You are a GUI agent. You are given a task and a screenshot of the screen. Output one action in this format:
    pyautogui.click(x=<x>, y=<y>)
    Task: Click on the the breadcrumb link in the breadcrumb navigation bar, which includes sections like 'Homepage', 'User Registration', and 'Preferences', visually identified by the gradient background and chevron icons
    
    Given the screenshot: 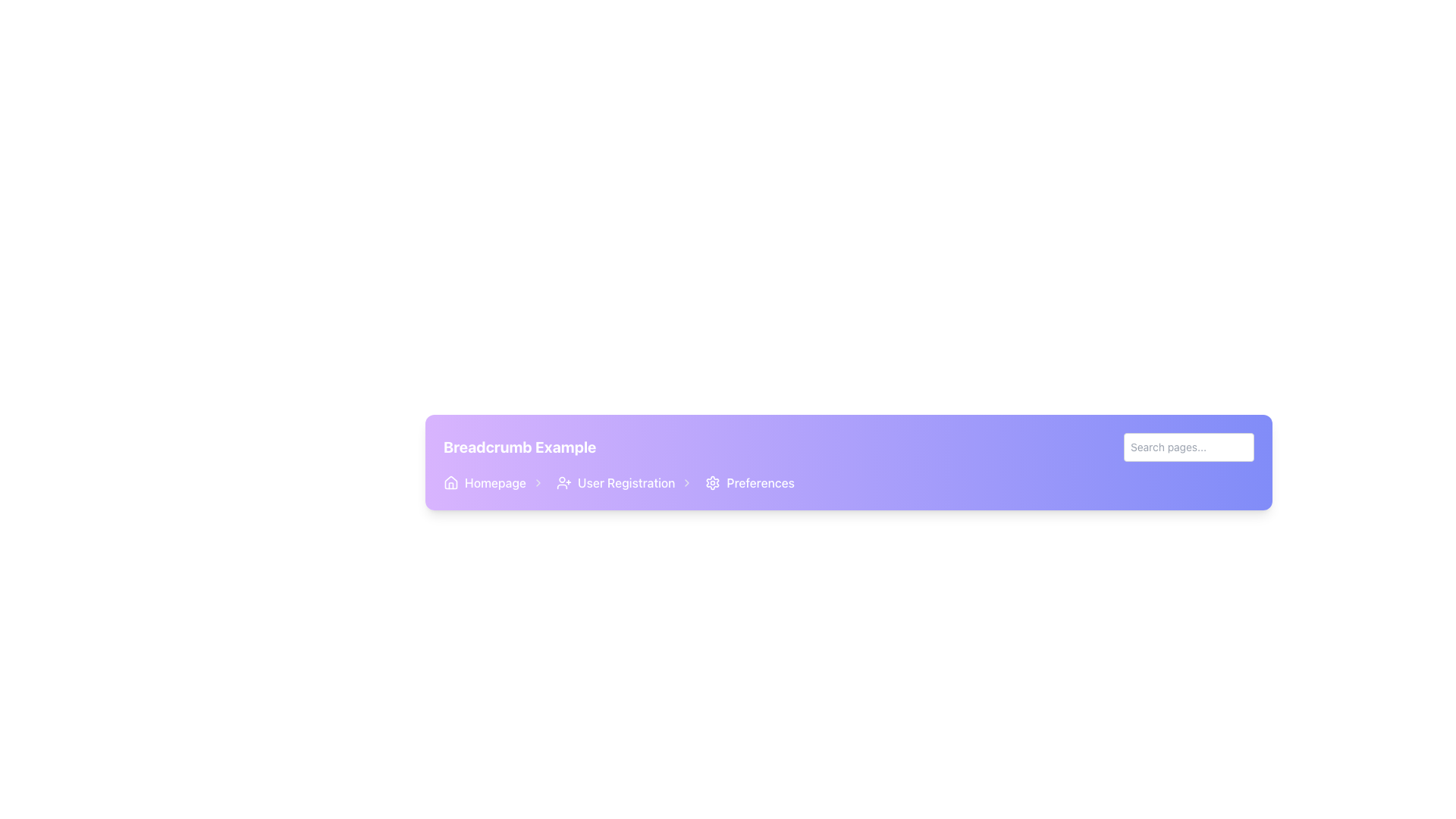 What is the action you would take?
    pyautogui.click(x=848, y=482)
    